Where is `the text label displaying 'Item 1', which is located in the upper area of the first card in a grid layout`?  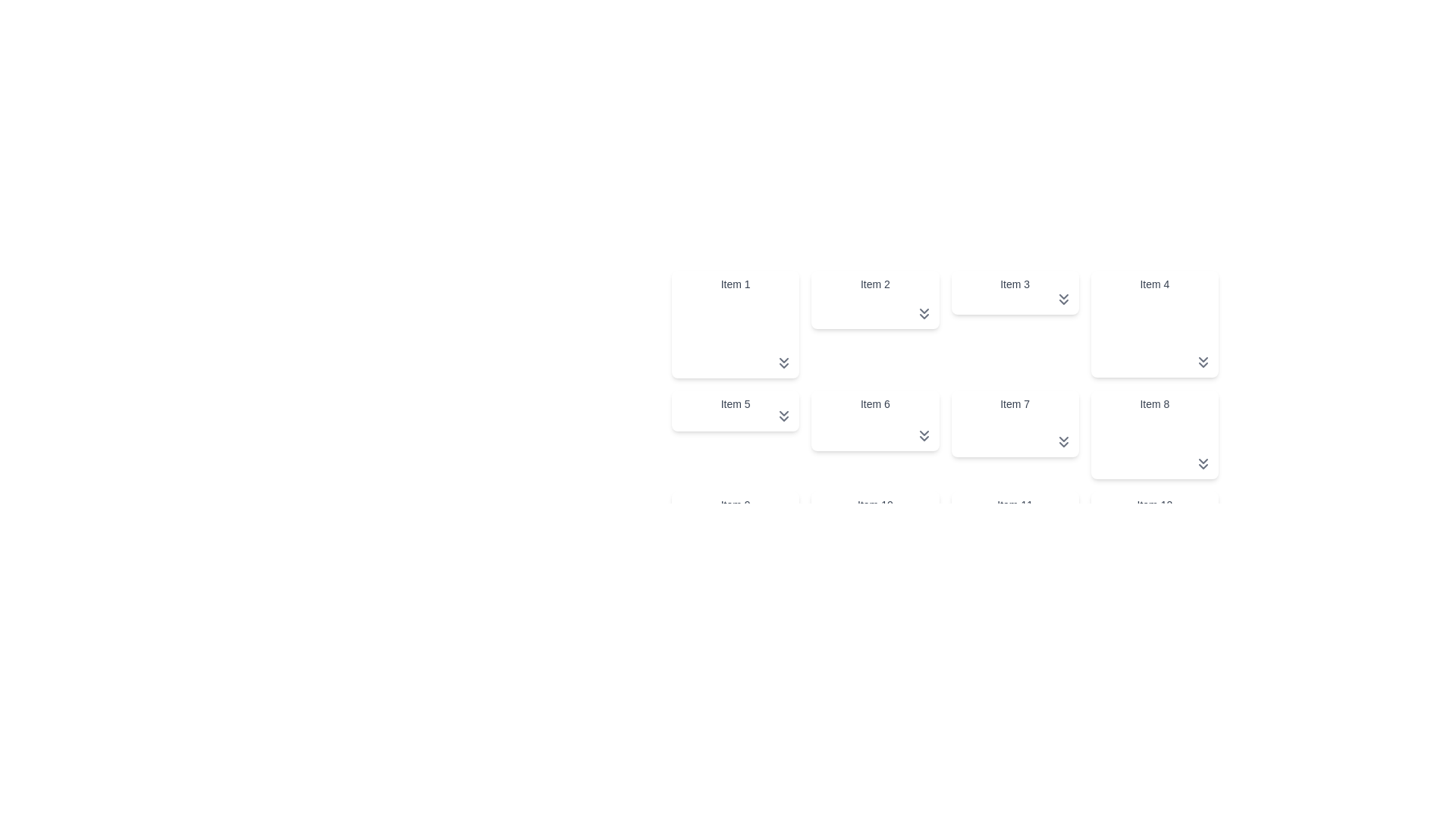
the text label displaying 'Item 1', which is located in the upper area of the first card in a grid layout is located at coordinates (736, 284).